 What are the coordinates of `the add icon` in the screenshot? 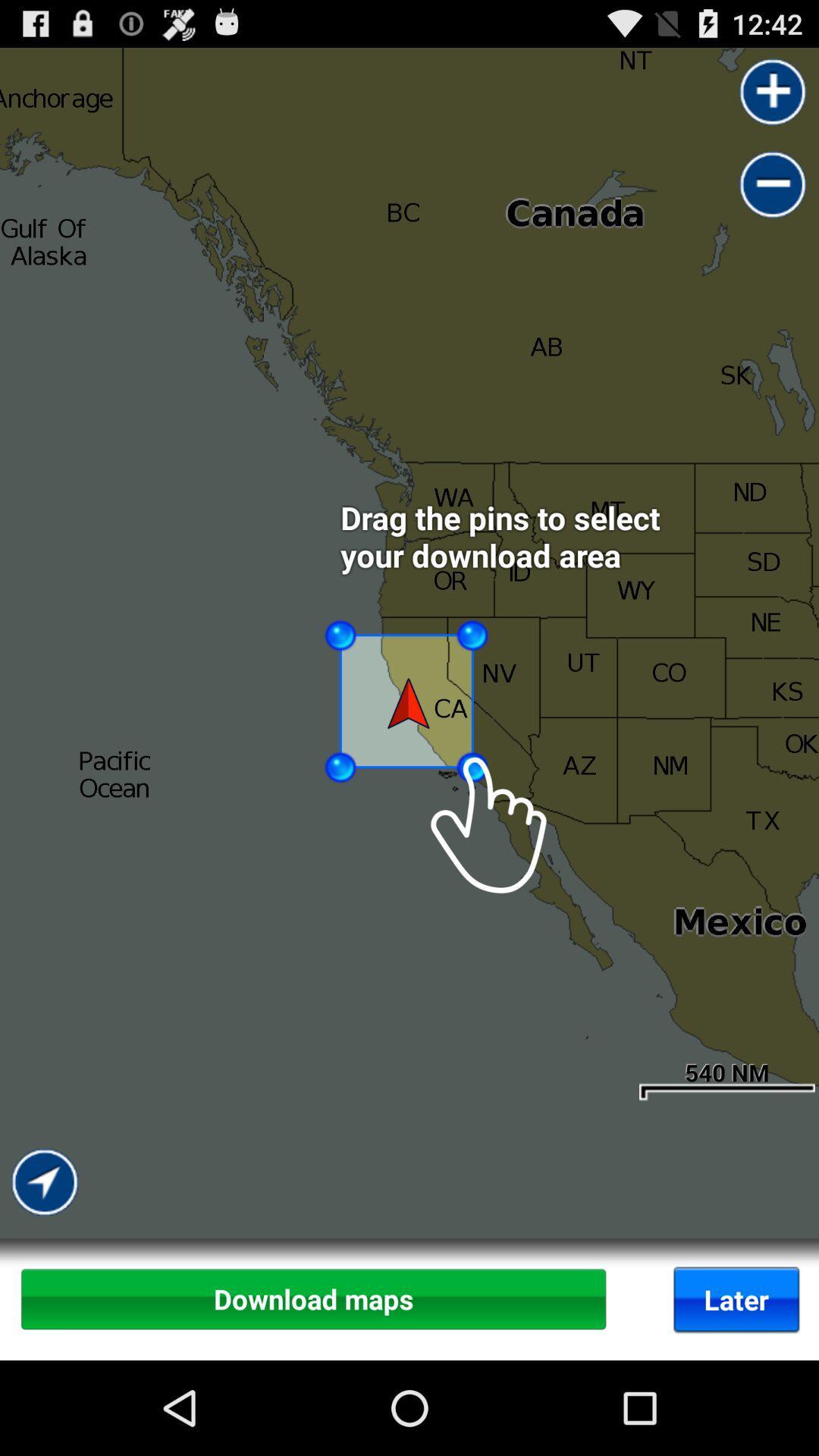 It's located at (773, 98).